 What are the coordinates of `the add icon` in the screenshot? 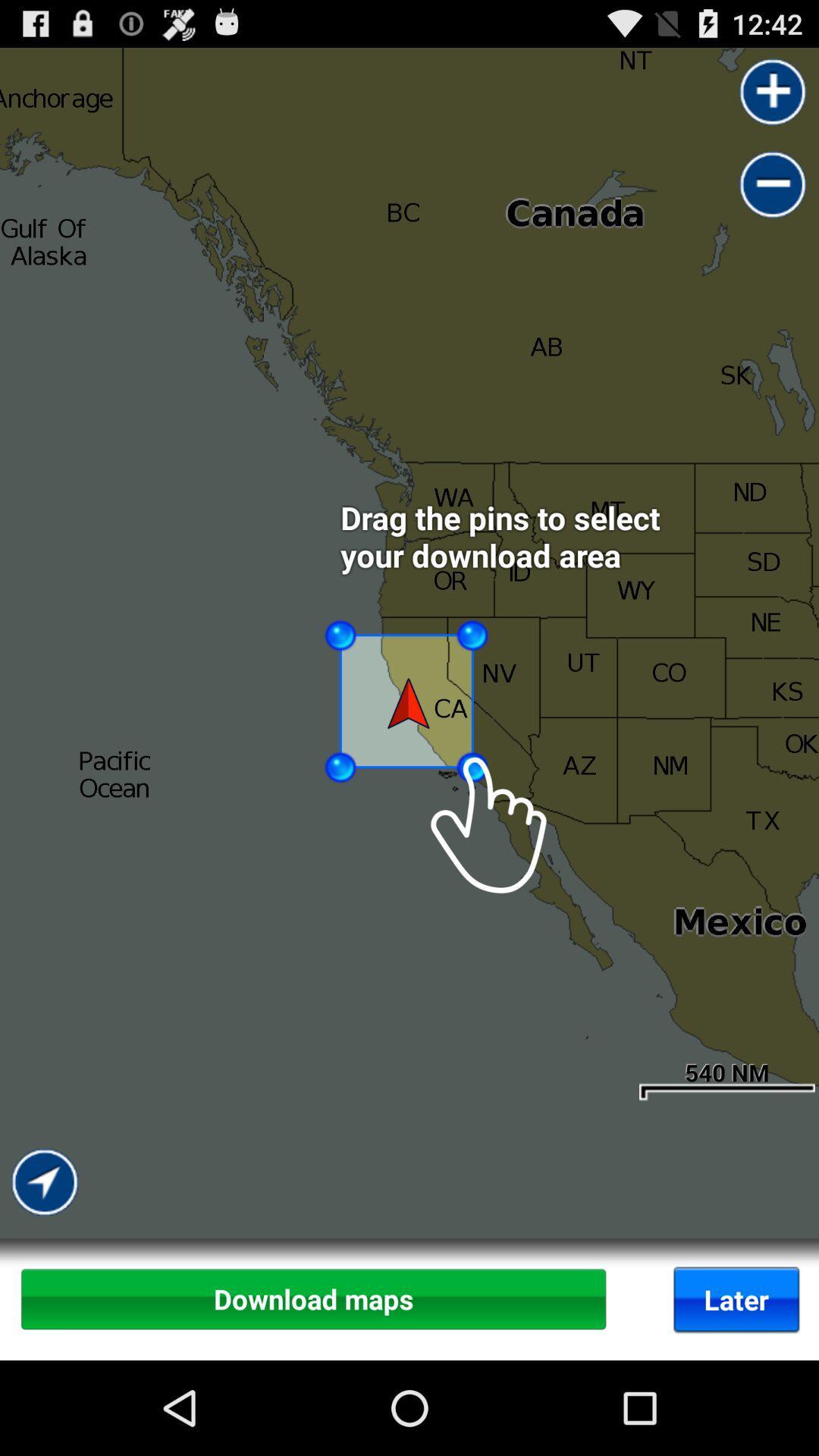 It's located at (773, 98).